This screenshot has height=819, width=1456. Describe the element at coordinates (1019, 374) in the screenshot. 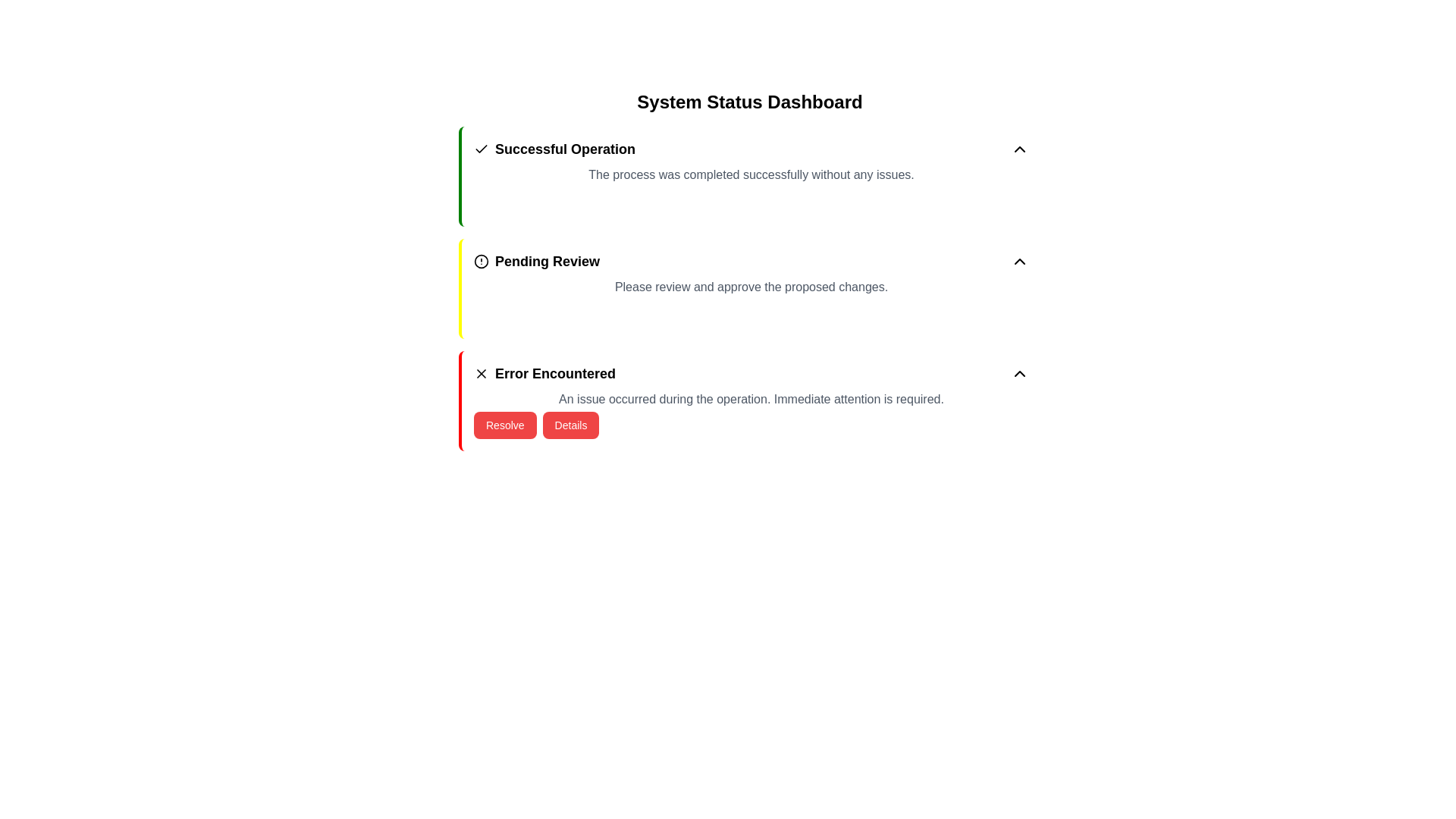

I see `the icon-based toggle button located in the 'Error Encountered' section` at that location.